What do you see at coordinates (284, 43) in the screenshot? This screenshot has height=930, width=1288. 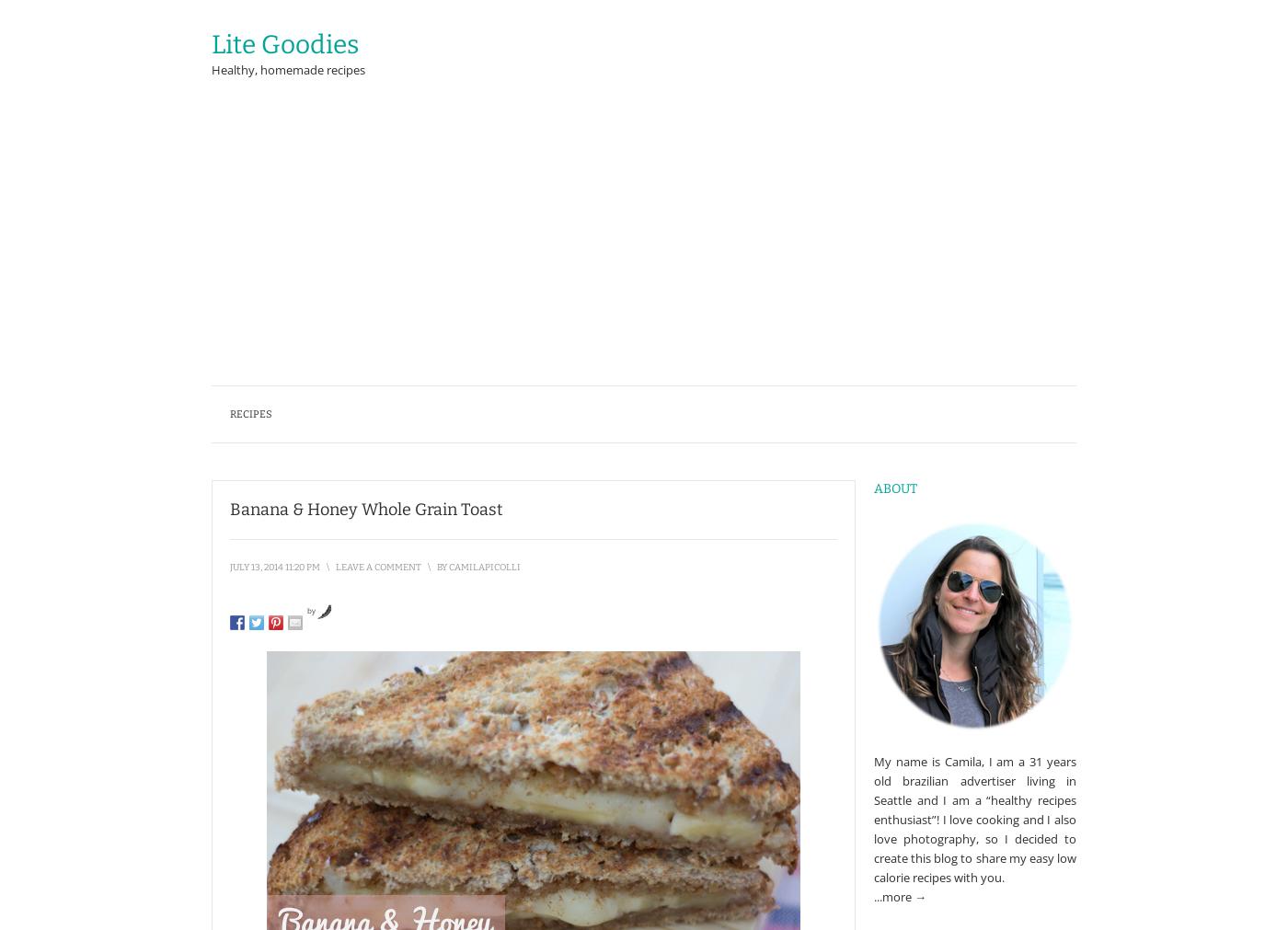 I see `'Lite Goodies'` at bounding box center [284, 43].